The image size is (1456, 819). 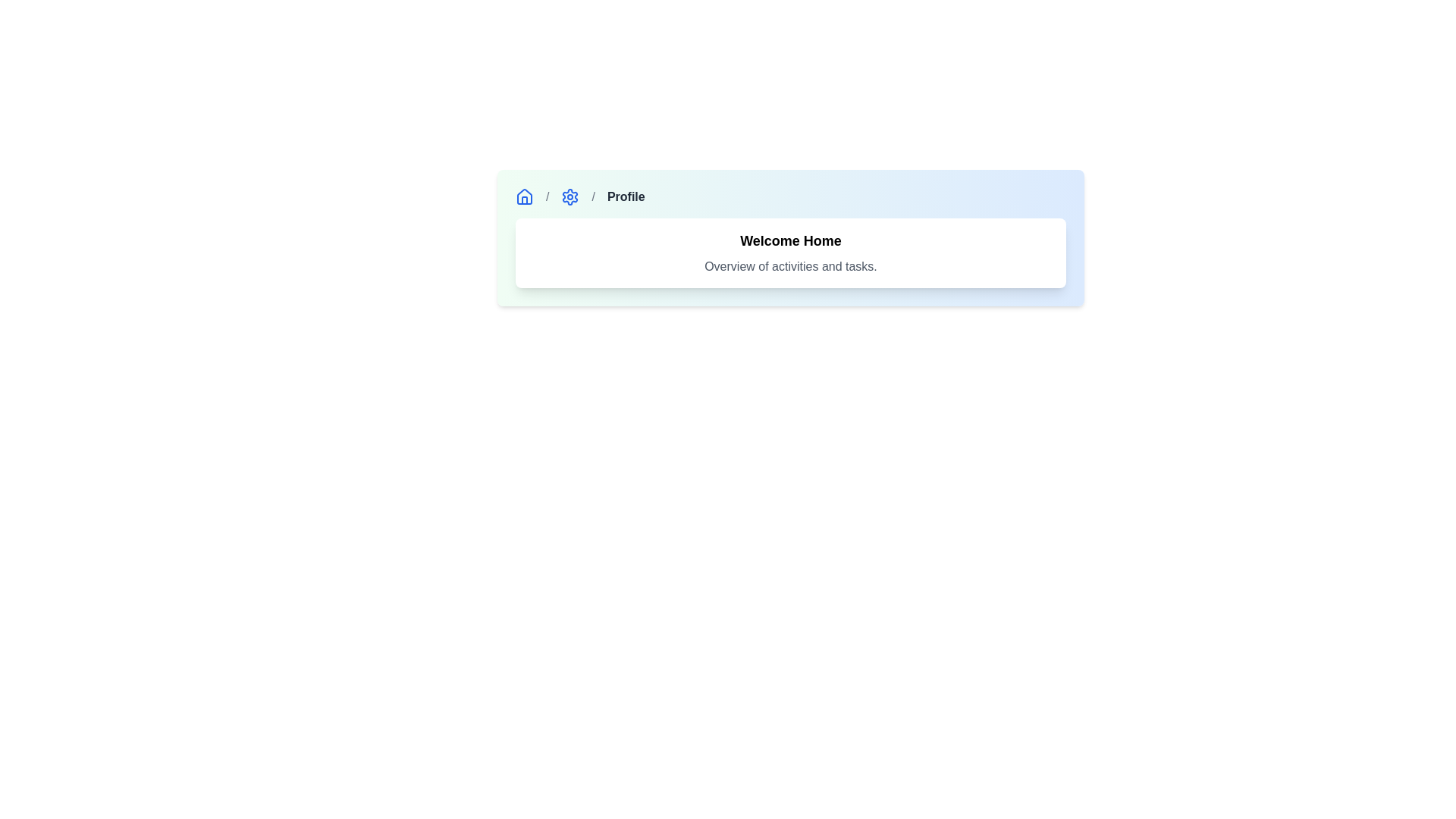 I want to click on the interactive home button icon located at the far left of the breadcrumb navigation bar, so click(x=524, y=196).